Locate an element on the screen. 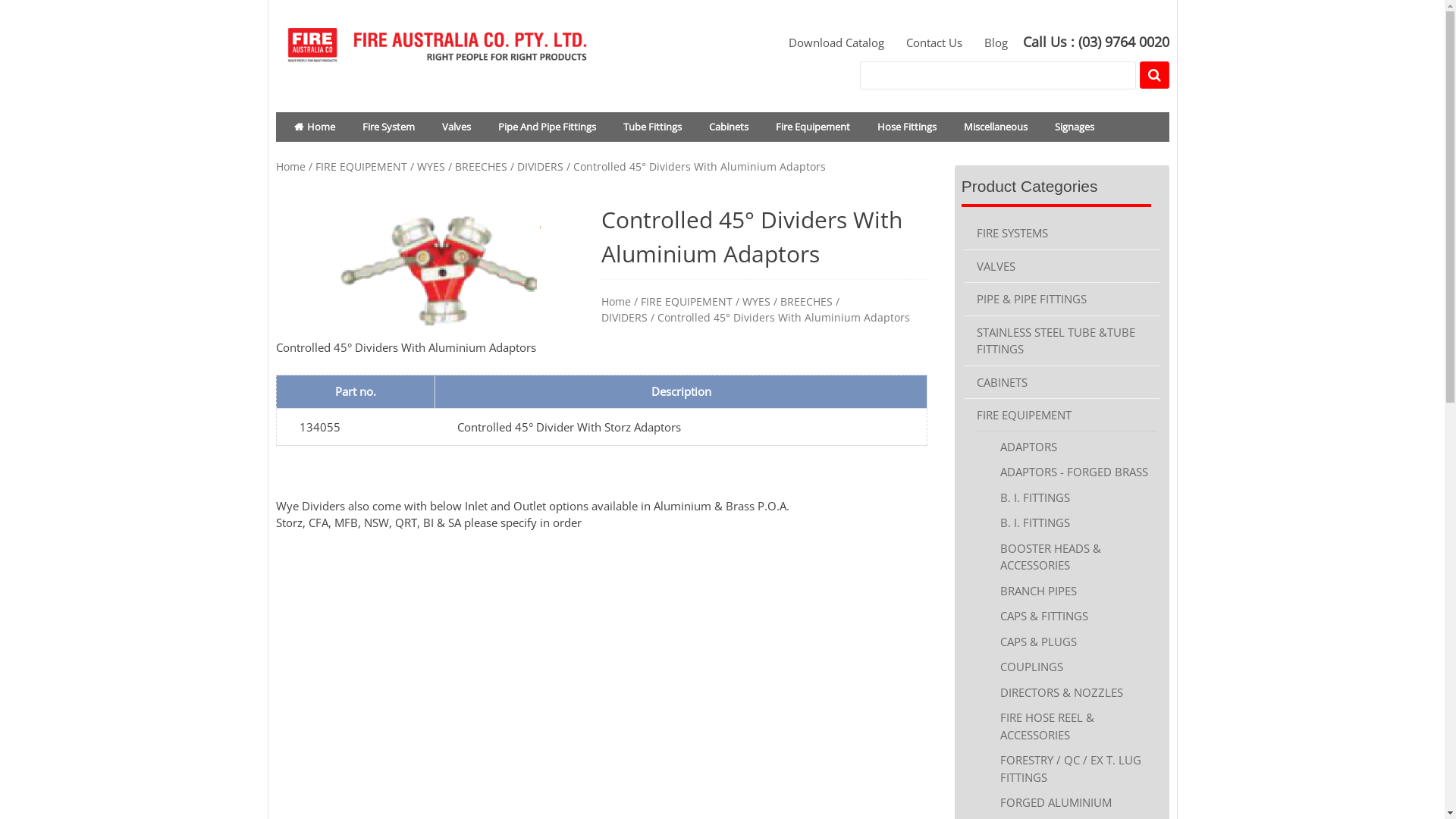 This screenshot has width=1456, height=819. 'PIPE & PIPE FITTINGS' is located at coordinates (976, 298).